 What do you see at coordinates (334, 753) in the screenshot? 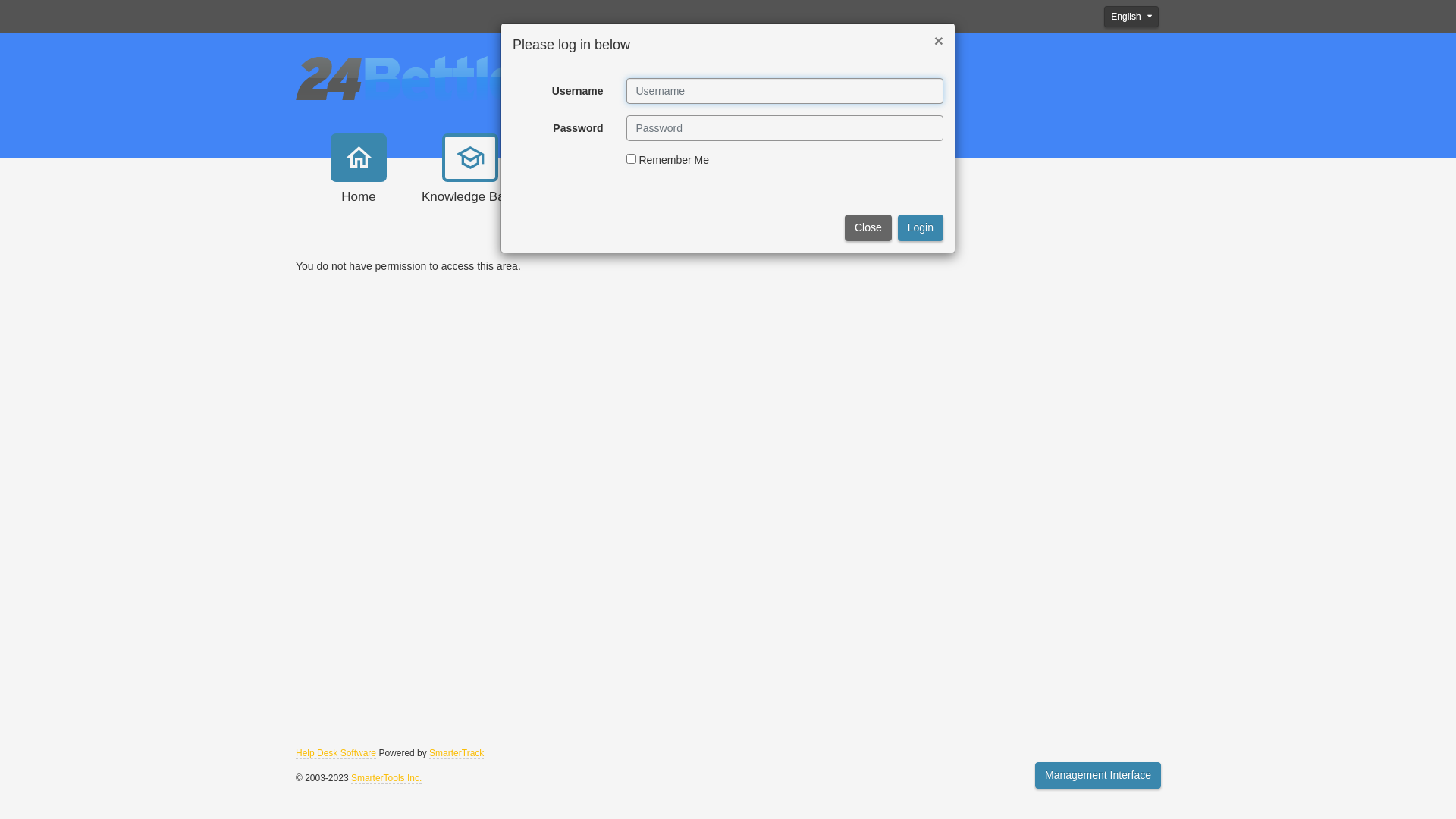
I see `'Help Desk Software'` at bounding box center [334, 753].